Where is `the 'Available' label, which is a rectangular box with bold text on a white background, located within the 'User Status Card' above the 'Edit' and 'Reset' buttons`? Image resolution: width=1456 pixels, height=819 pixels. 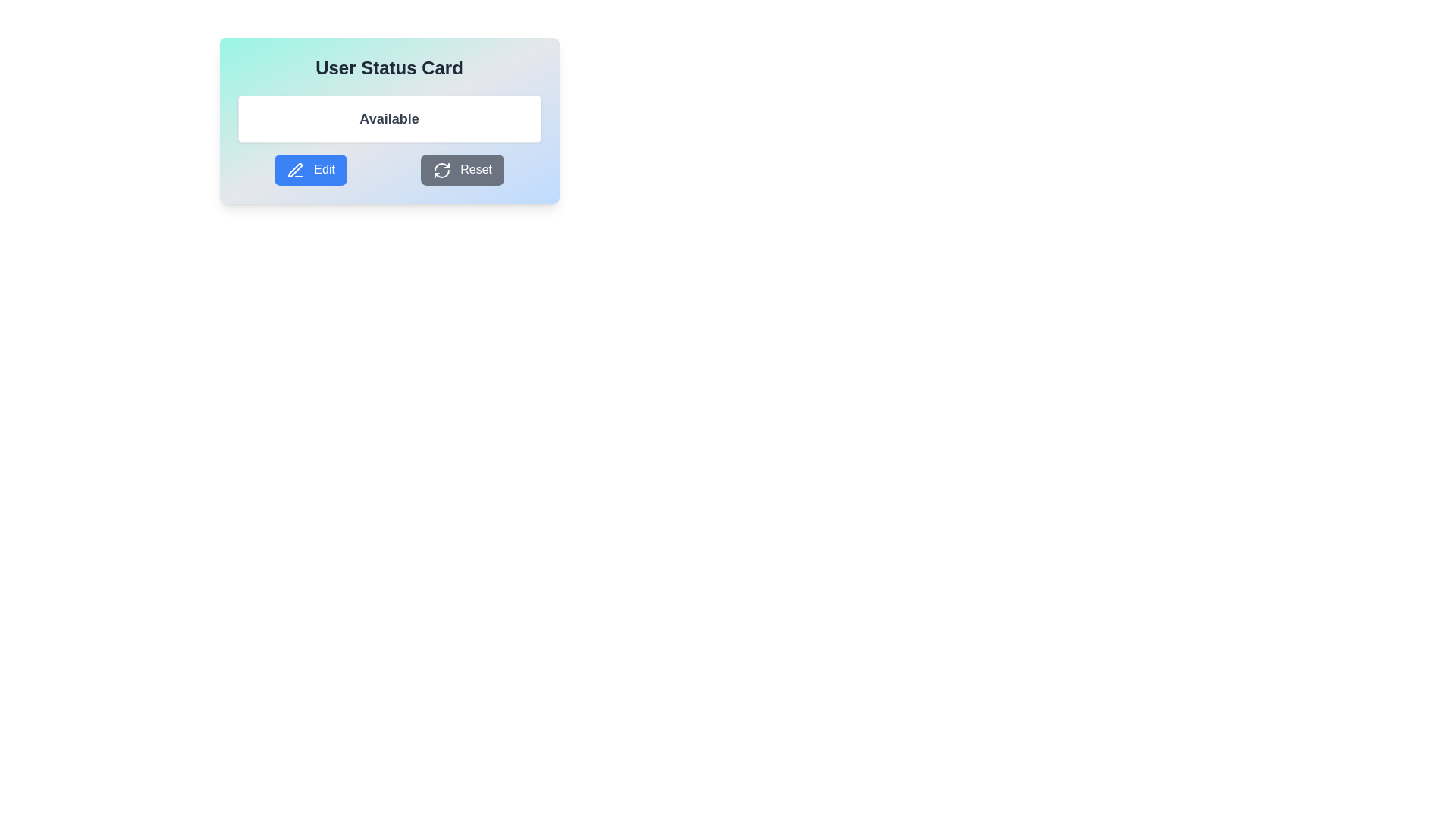
the 'Available' label, which is a rectangular box with bold text on a white background, located within the 'User Status Card' above the 'Edit' and 'Reset' buttons is located at coordinates (389, 118).